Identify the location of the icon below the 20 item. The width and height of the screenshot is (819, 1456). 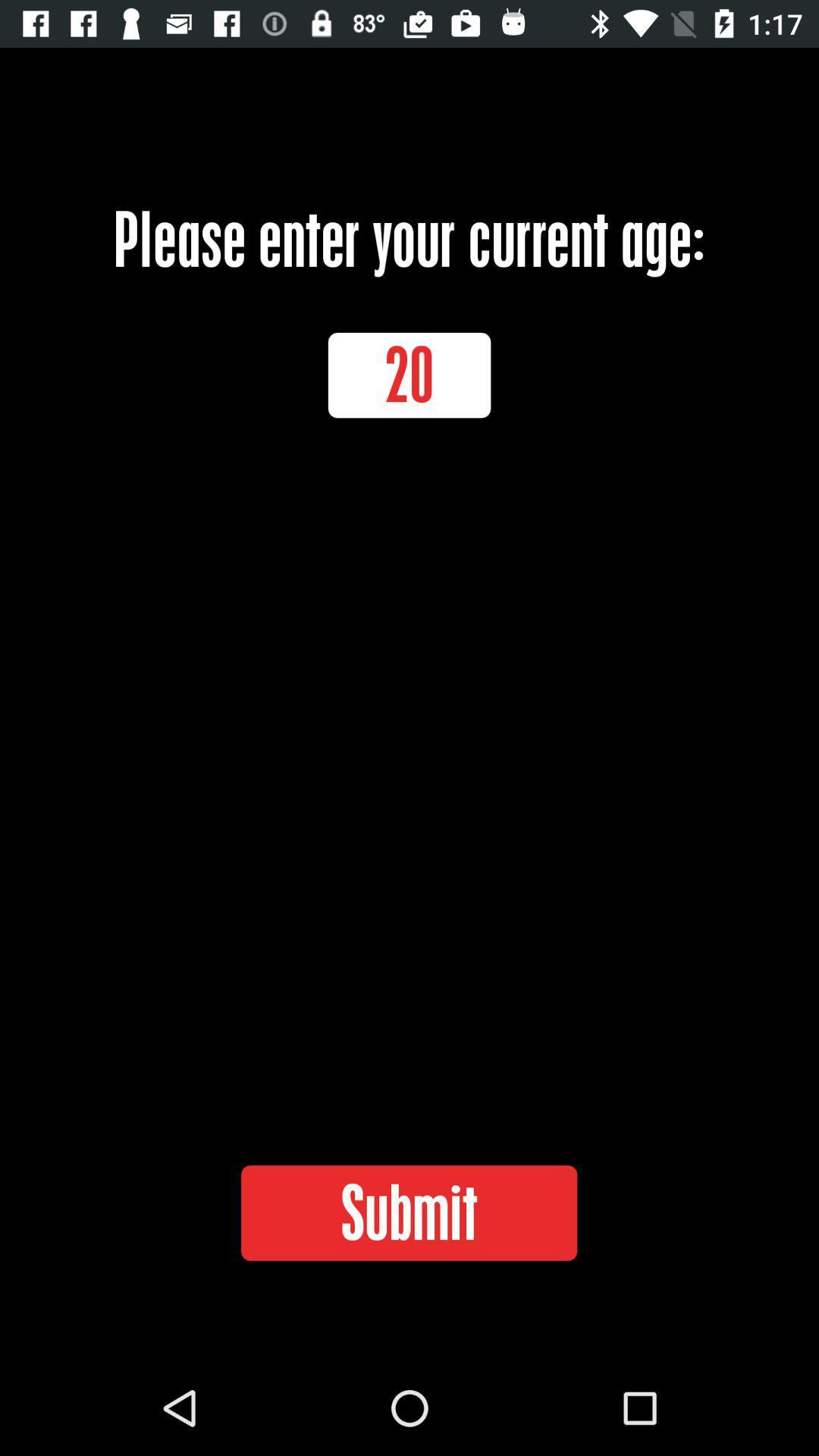
(408, 1212).